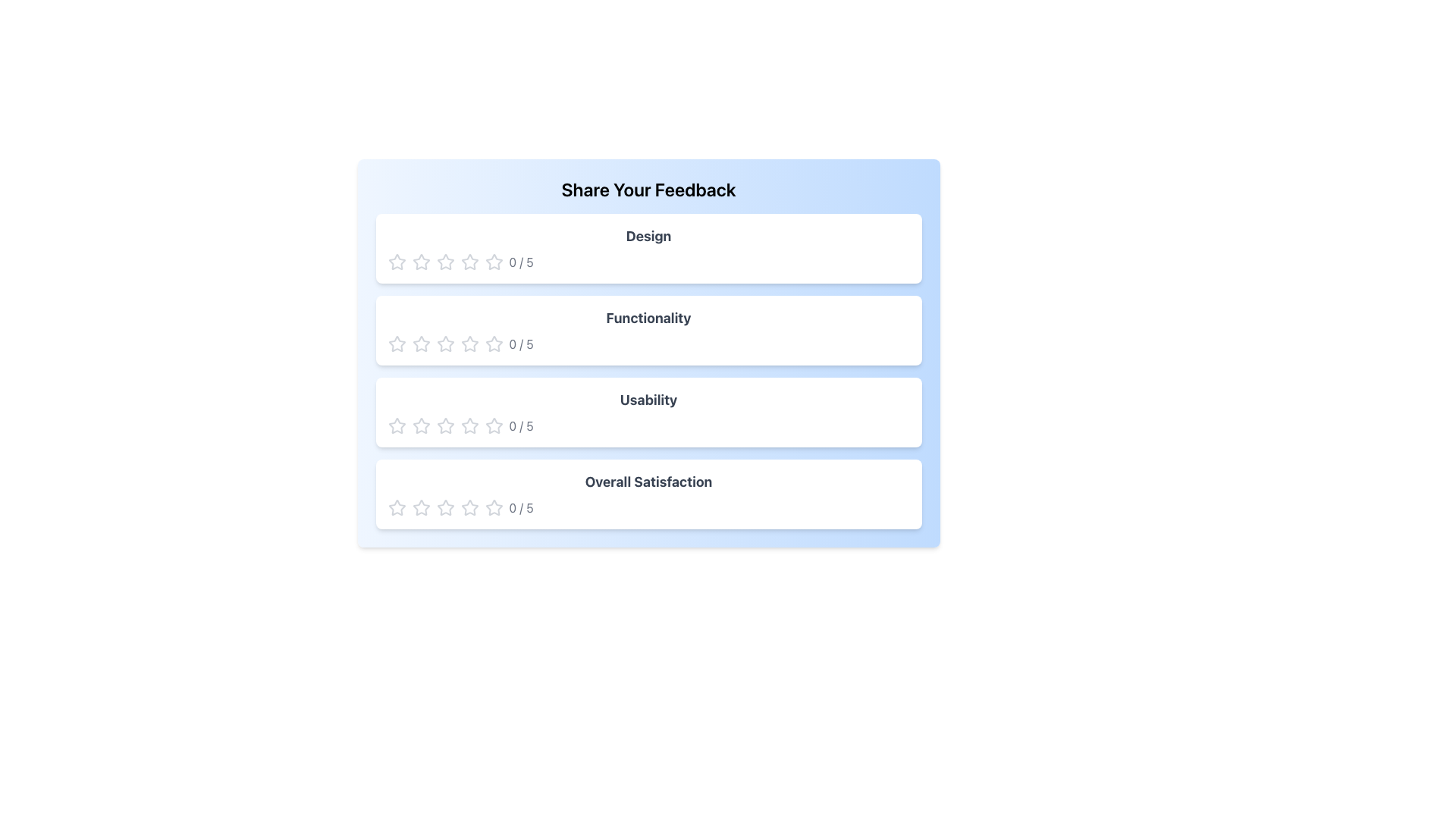 The image size is (1456, 819). I want to click on the second star in the 'Overall Satisfaction' rating section to provide a 2-star rating, so click(421, 508).